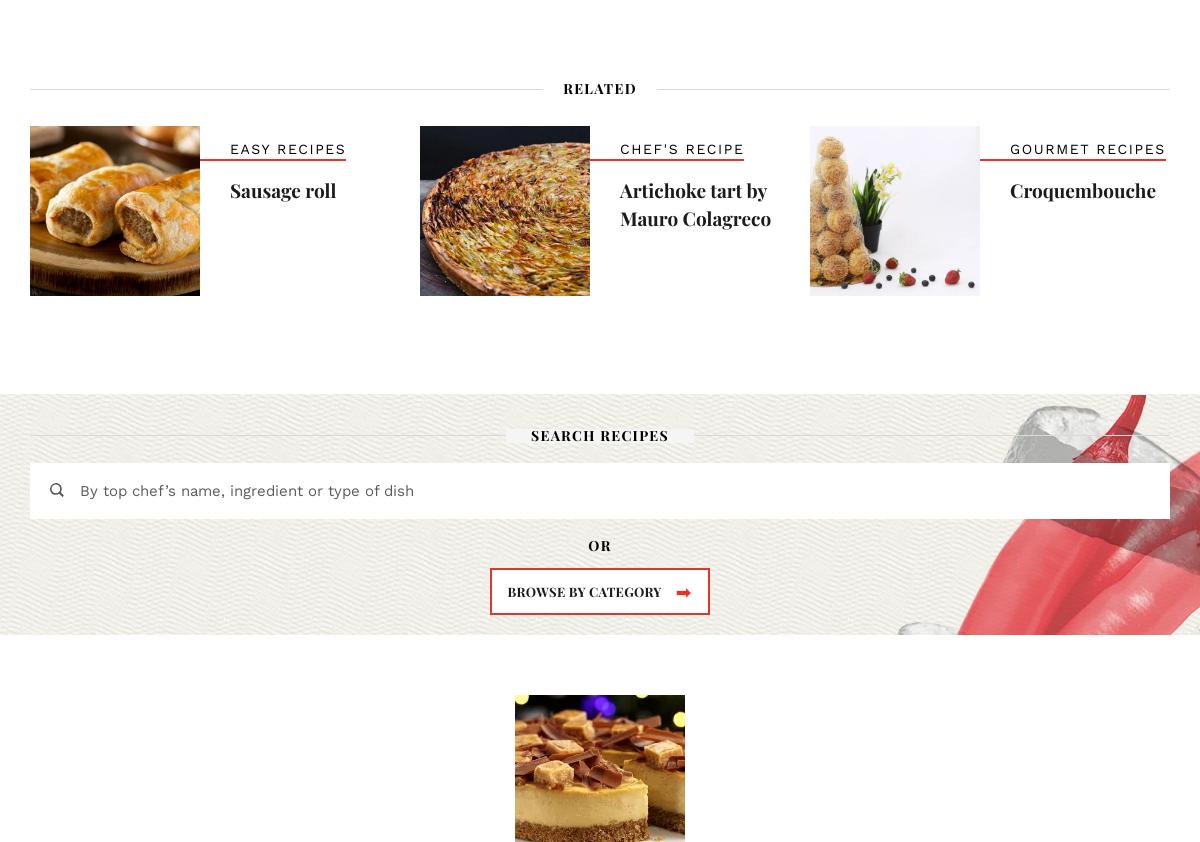  Describe the element at coordinates (600, 433) in the screenshot. I see `'Search Recipes'` at that location.